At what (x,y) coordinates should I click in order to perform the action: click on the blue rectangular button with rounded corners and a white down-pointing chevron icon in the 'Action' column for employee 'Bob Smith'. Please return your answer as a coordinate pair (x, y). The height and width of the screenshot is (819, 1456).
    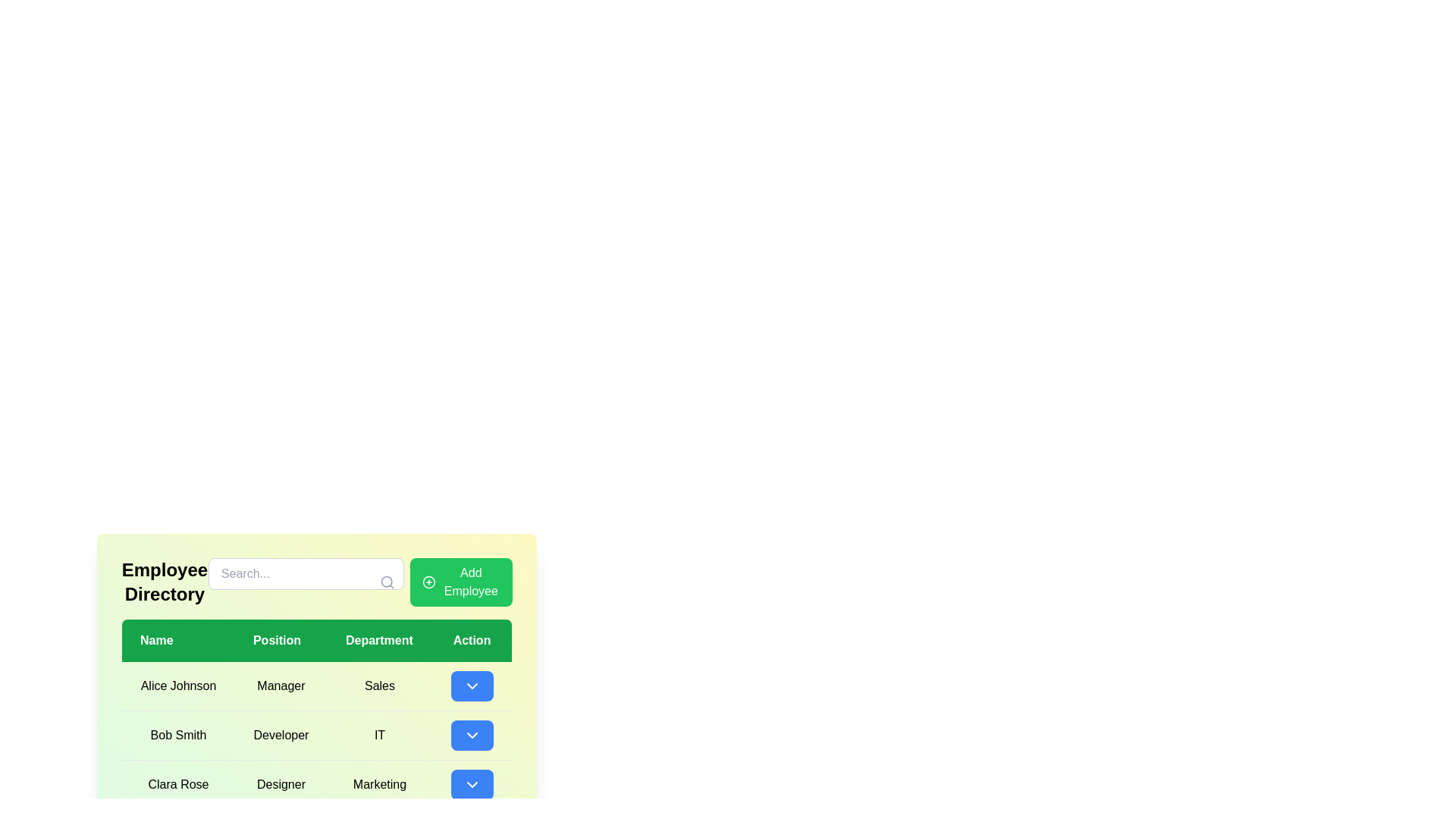
    Looking at the image, I should click on (471, 734).